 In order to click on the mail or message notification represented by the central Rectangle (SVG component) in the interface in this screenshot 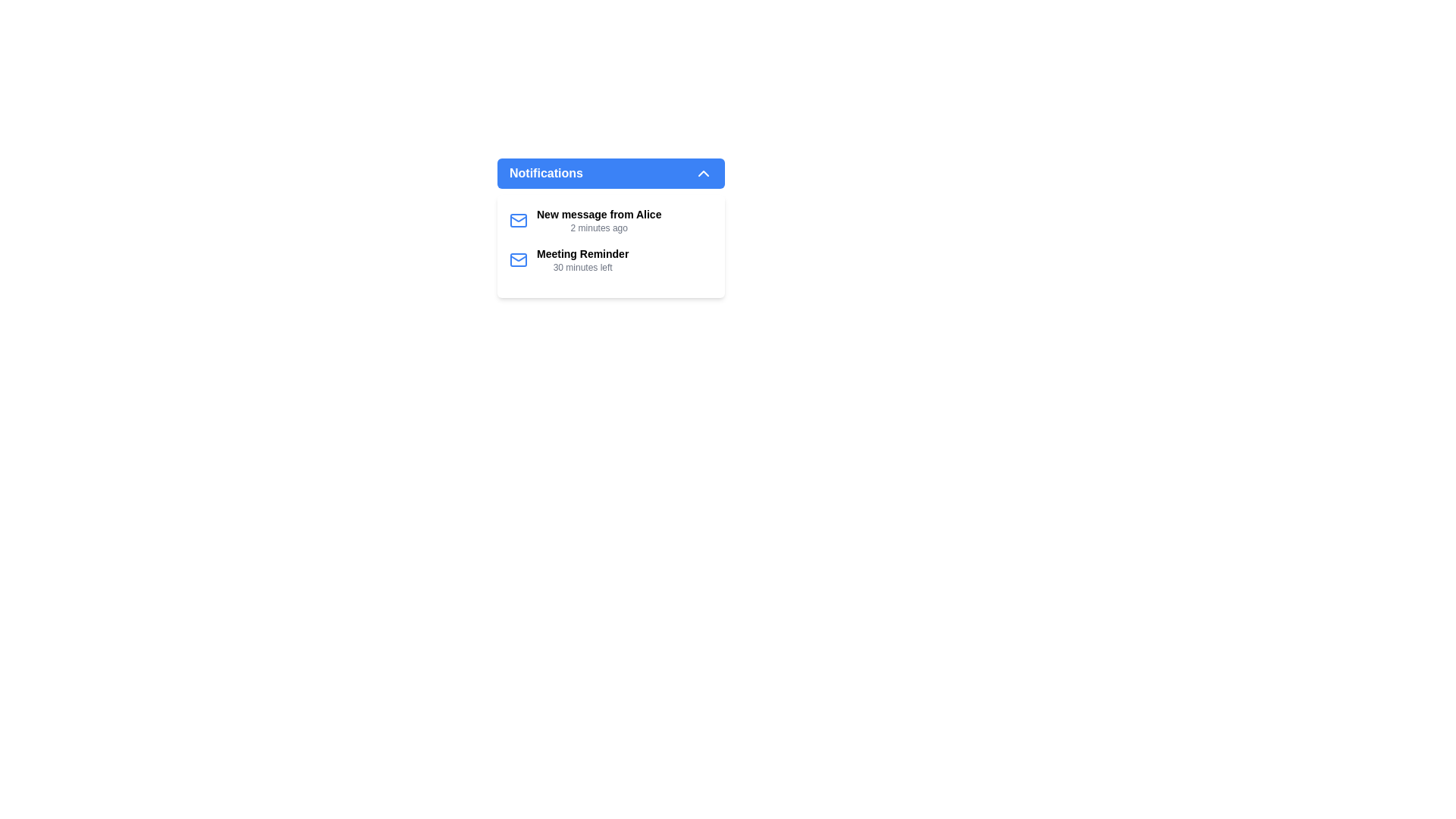, I will do `click(519, 259)`.